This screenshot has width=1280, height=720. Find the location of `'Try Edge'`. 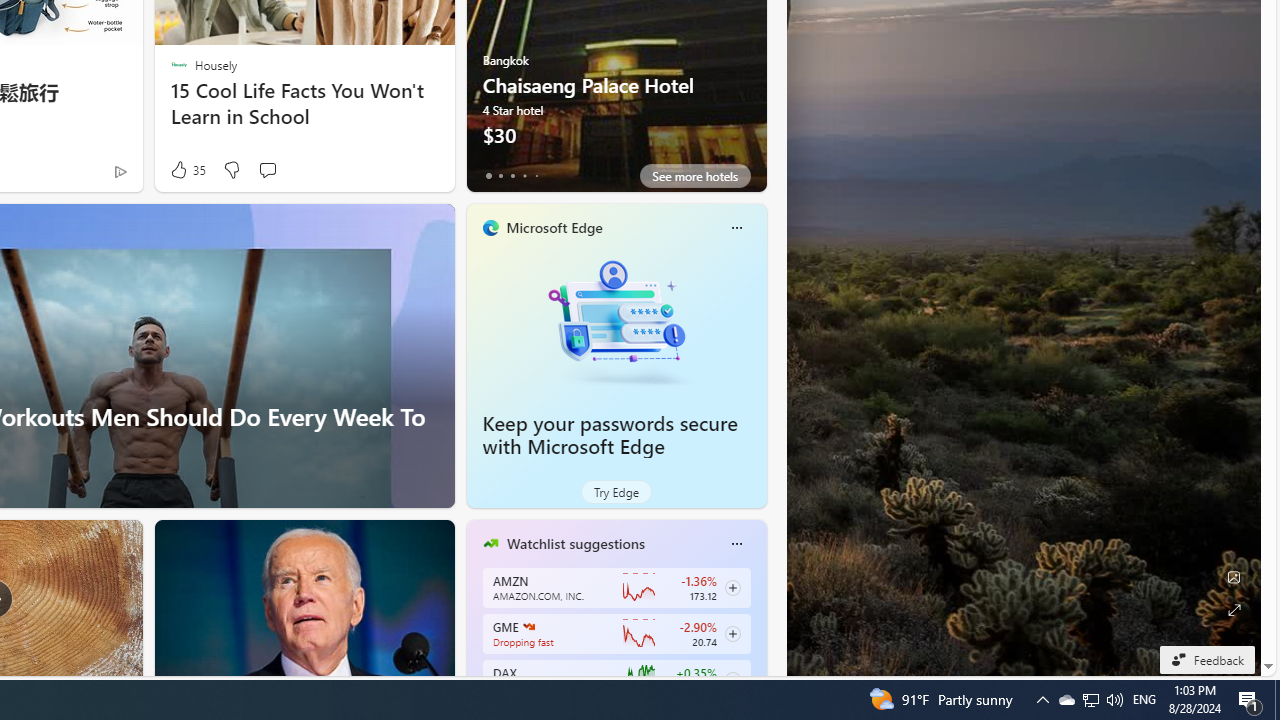

'Try Edge' is located at coordinates (615, 492).